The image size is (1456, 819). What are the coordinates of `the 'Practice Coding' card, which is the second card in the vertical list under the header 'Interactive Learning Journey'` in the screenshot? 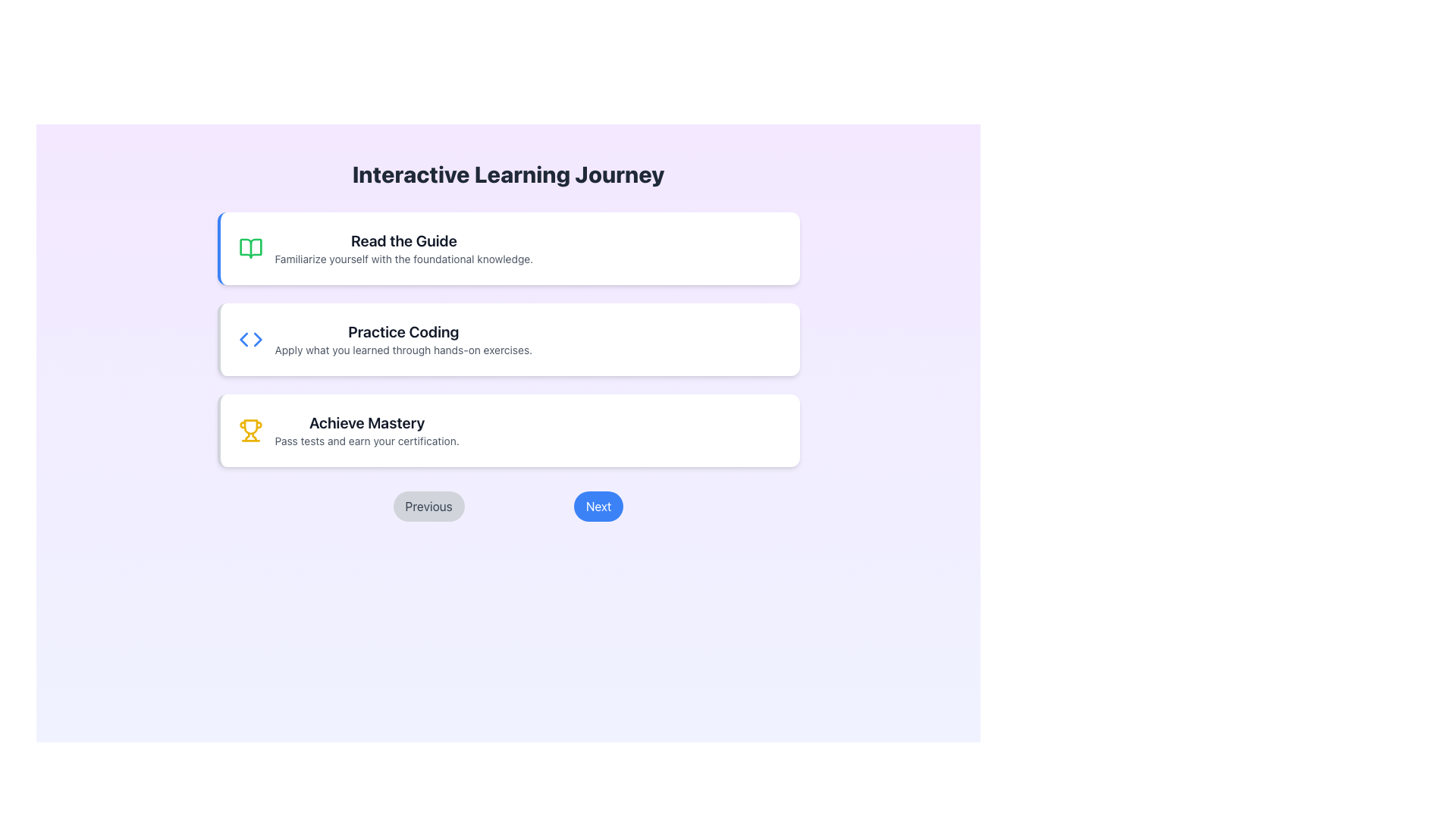 It's located at (508, 338).